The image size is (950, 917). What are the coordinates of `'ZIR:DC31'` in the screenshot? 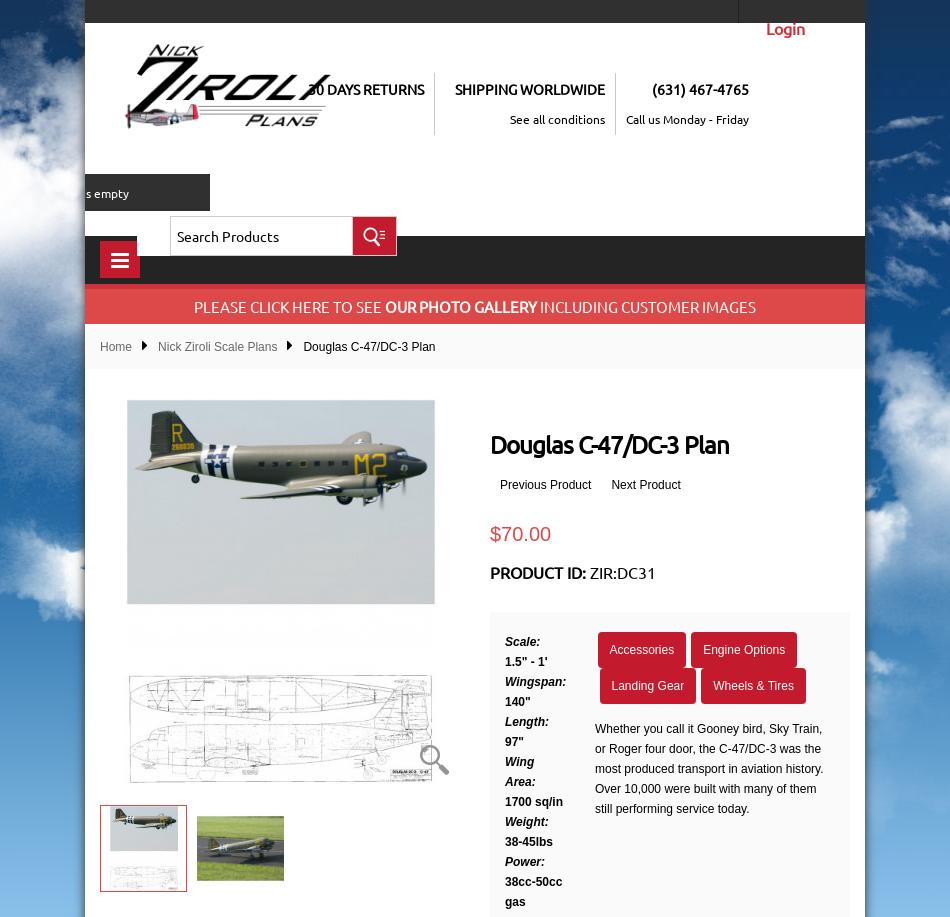 It's located at (621, 572).